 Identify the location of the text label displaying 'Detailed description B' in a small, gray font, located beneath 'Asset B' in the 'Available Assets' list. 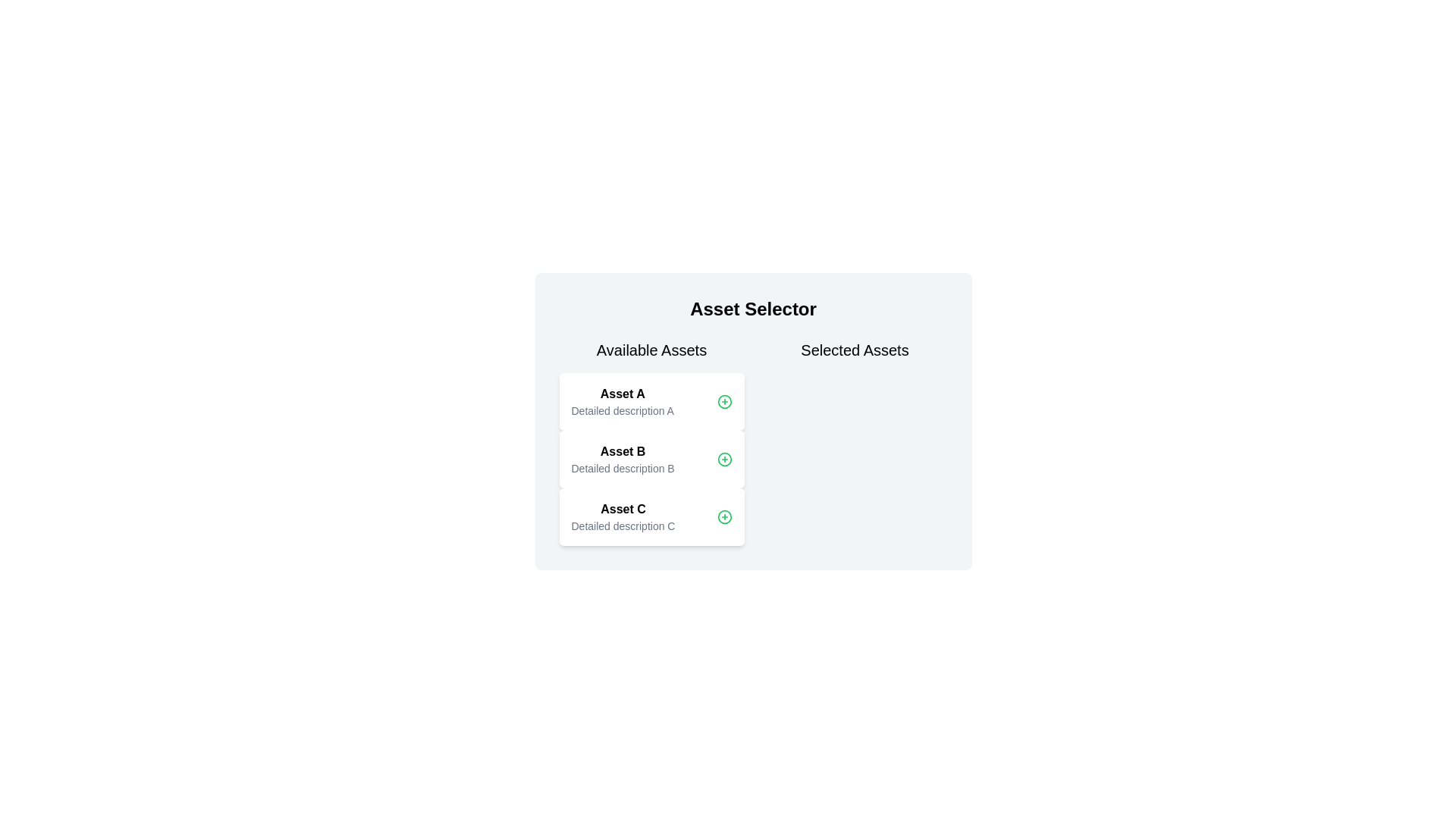
(623, 467).